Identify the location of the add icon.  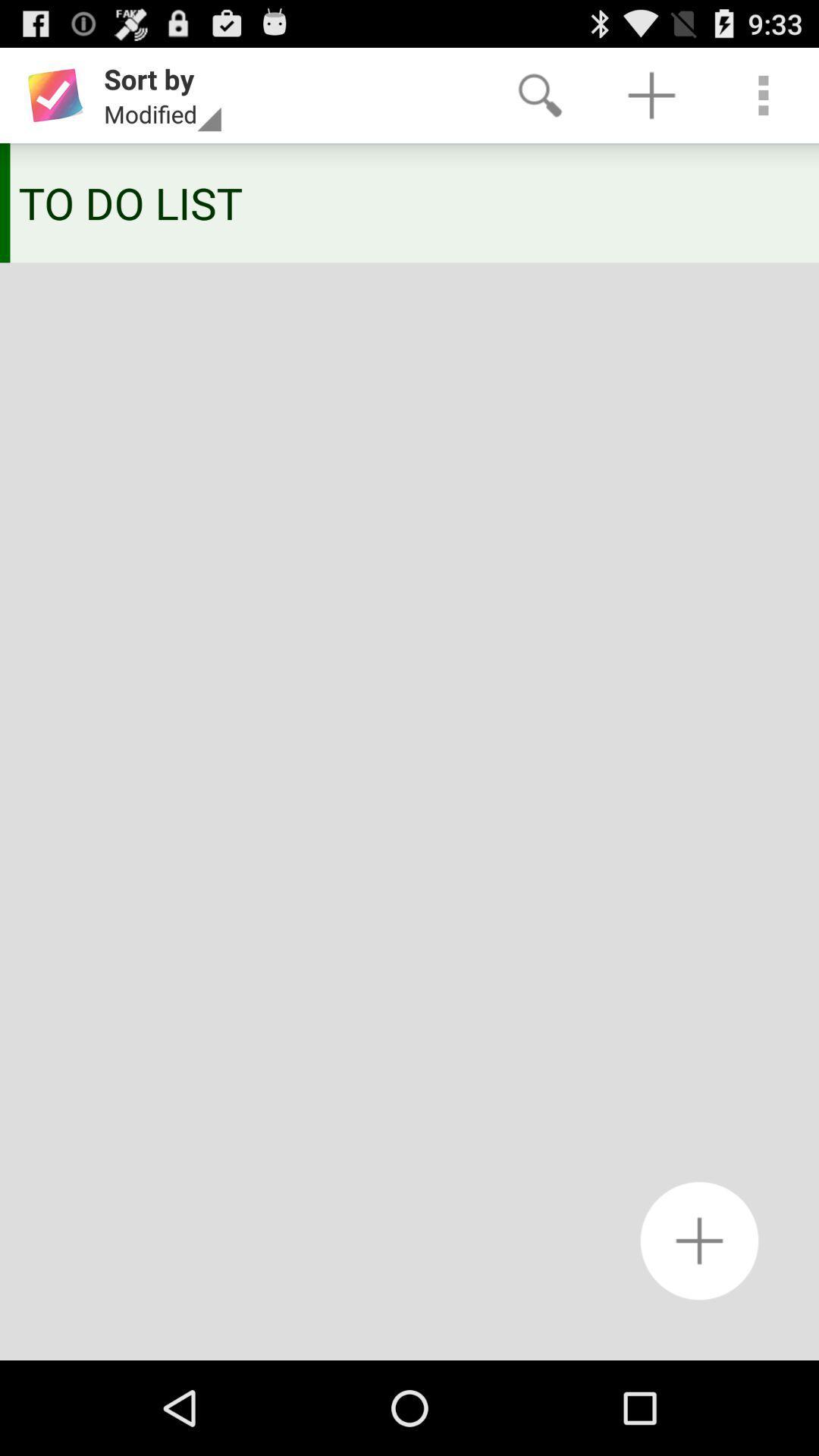
(699, 1327).